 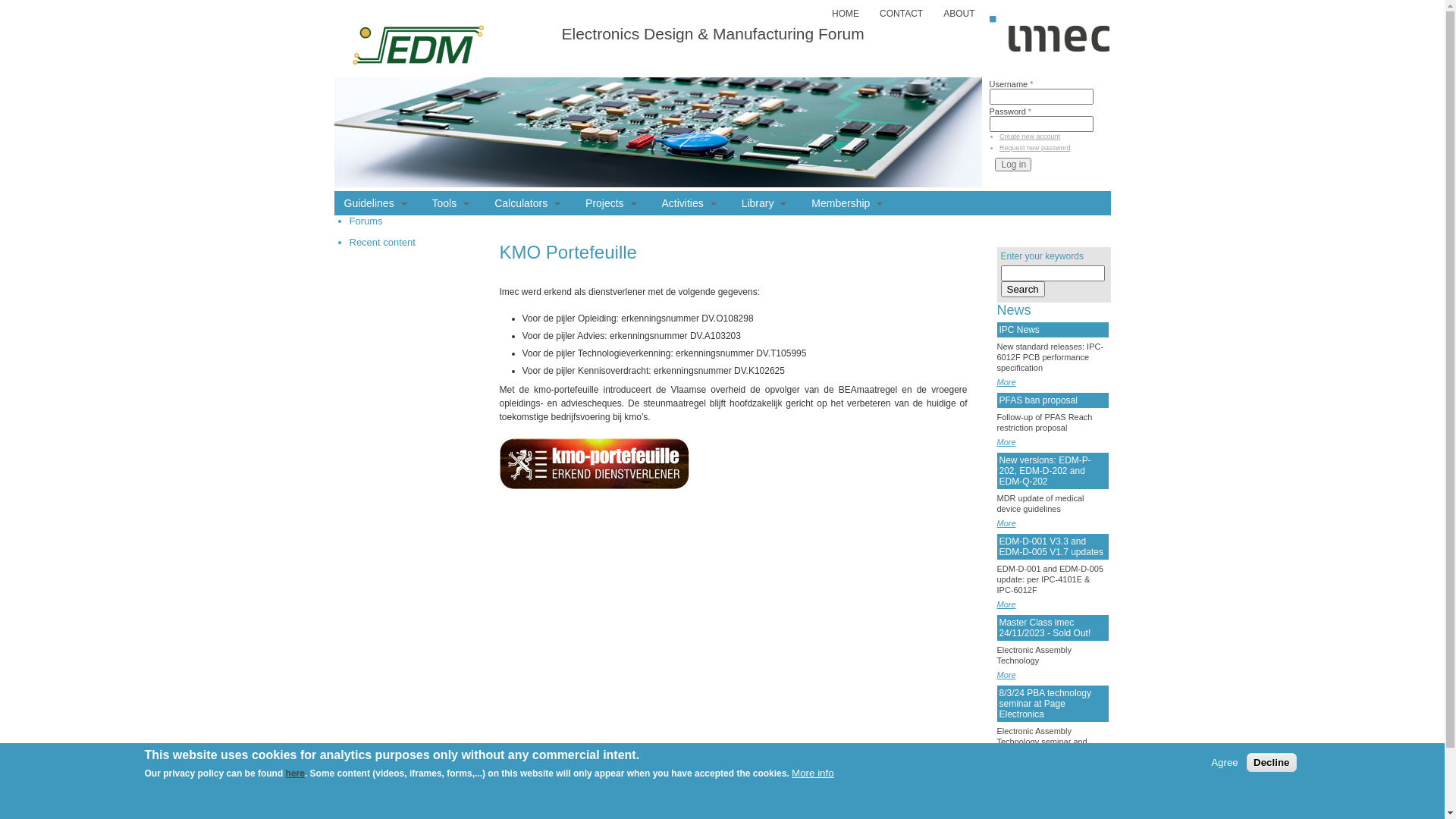 What do you see at coordinates (365, 221) in the screenshot?
I see `'Forums'` at bounding box center [365, 221].